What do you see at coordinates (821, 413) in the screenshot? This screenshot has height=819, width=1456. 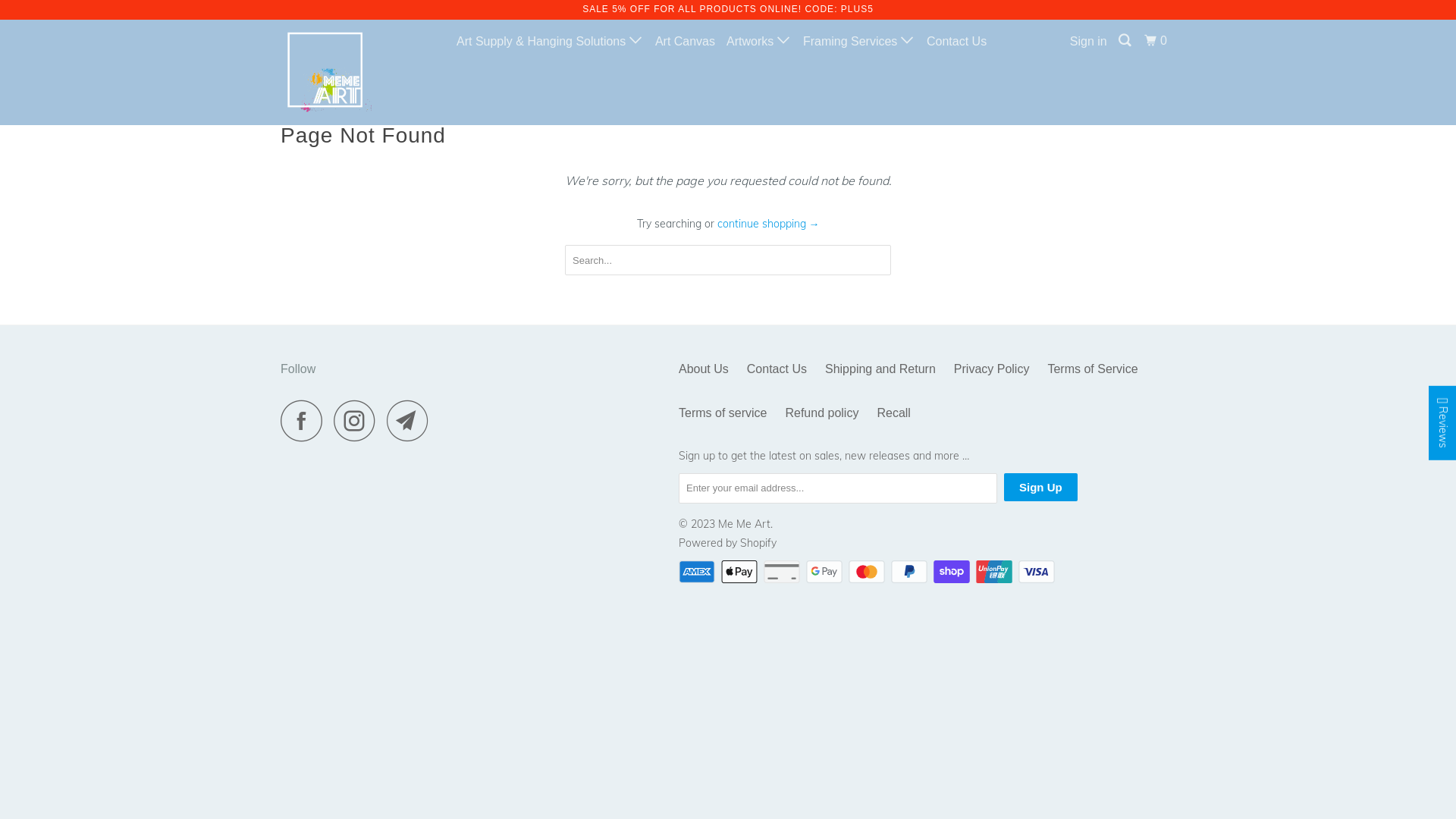 I see `'Refund policy'` at bounding box center [821, 413].